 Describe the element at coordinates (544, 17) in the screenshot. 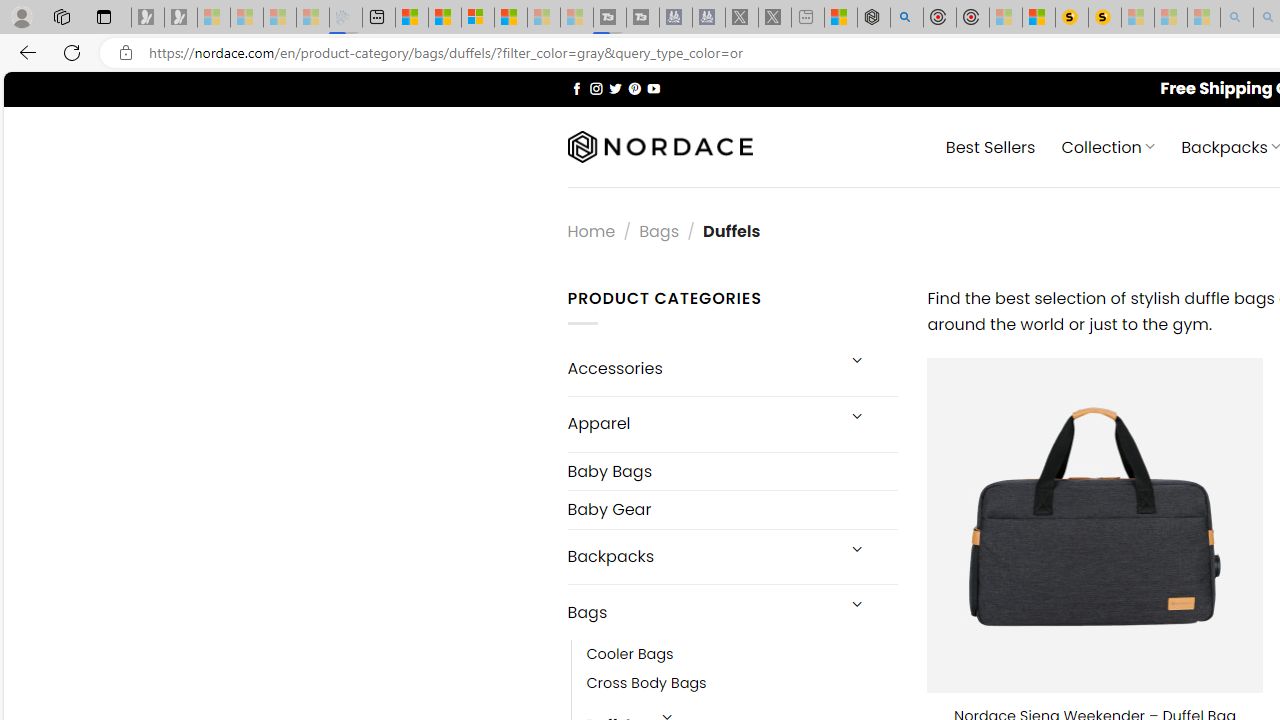

I see `'Microsoft Start - Sleeping'` at that location.